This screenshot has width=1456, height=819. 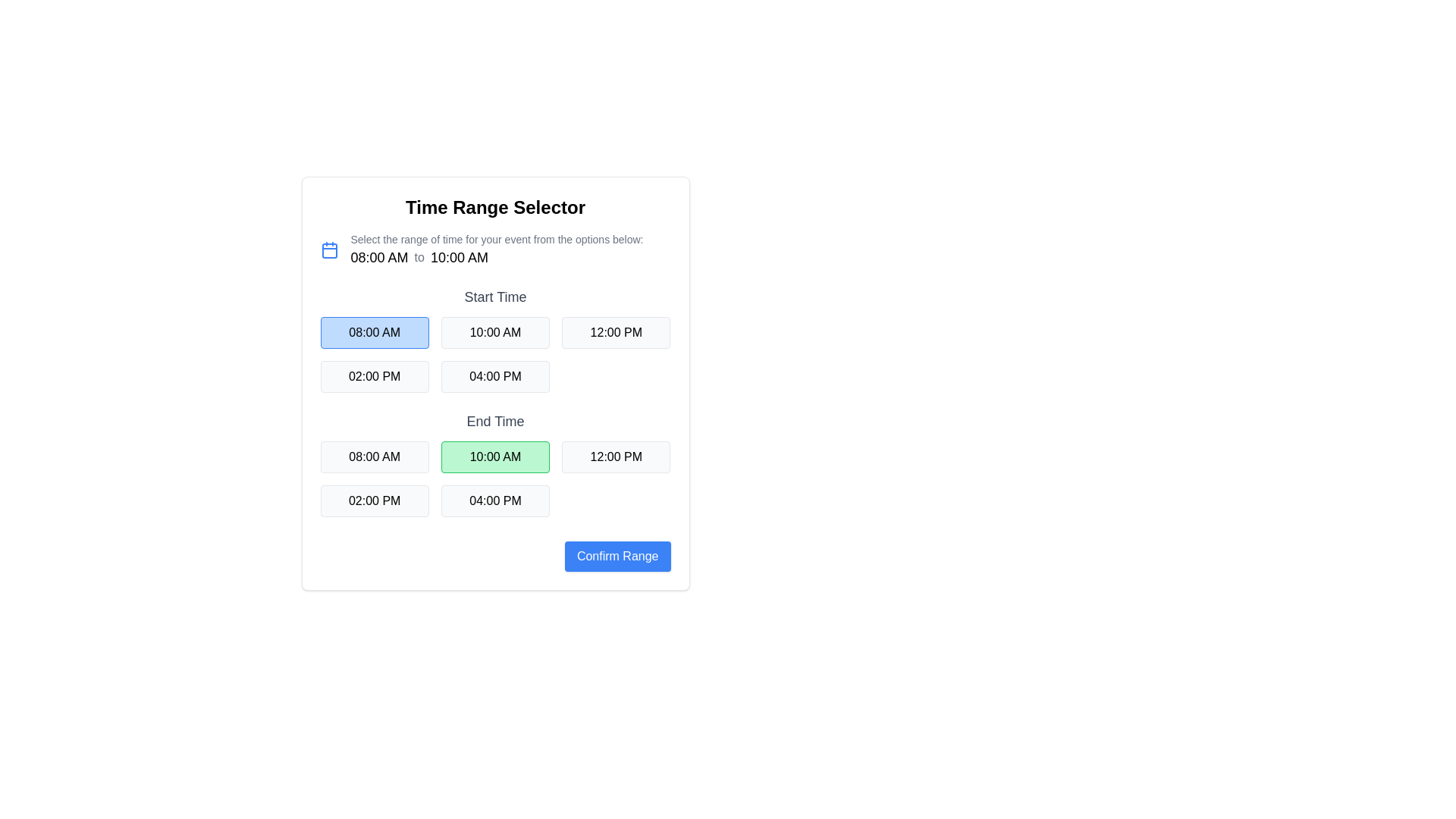 What do you see at coordinates (379, 256) in the screenshot?
I see `the text element displaying '08:00 AM', which is bold and larger, located at the upper section of the interface within the Time Range Selector group` at bounding box center [379, 256].